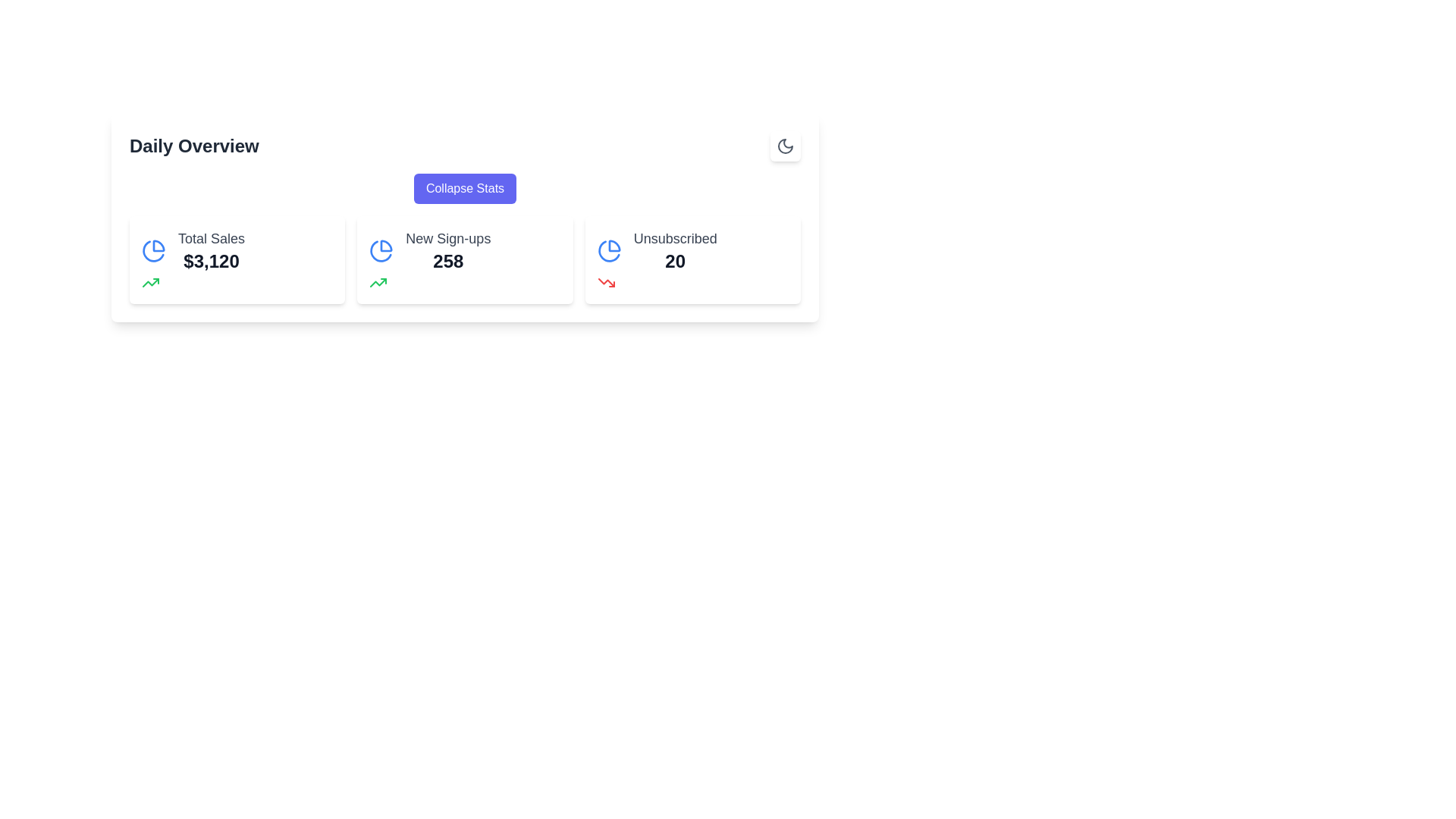 The height and width of the screenshot is (819, 1456). Describe the element at coordinates (381, 250) in the screenshot. I see `the slice of the pie chart representing the 'New Sign-ups' statistic located in the second card of the statistics section` at that location.